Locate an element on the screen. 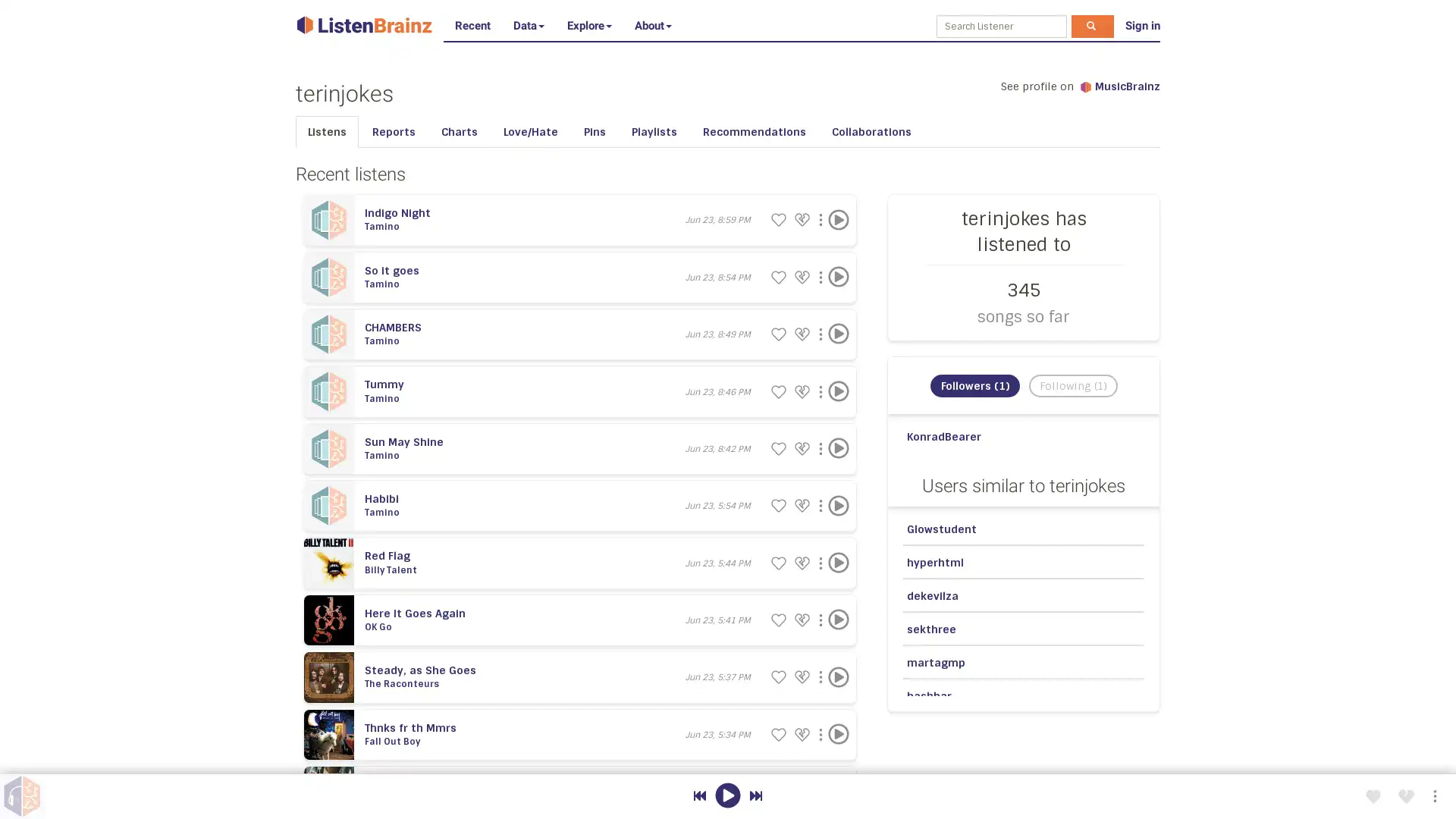 Image resolution: width=1456 pixels, height=819 pixels. Followers (1) is located at coordinates (974, 385).